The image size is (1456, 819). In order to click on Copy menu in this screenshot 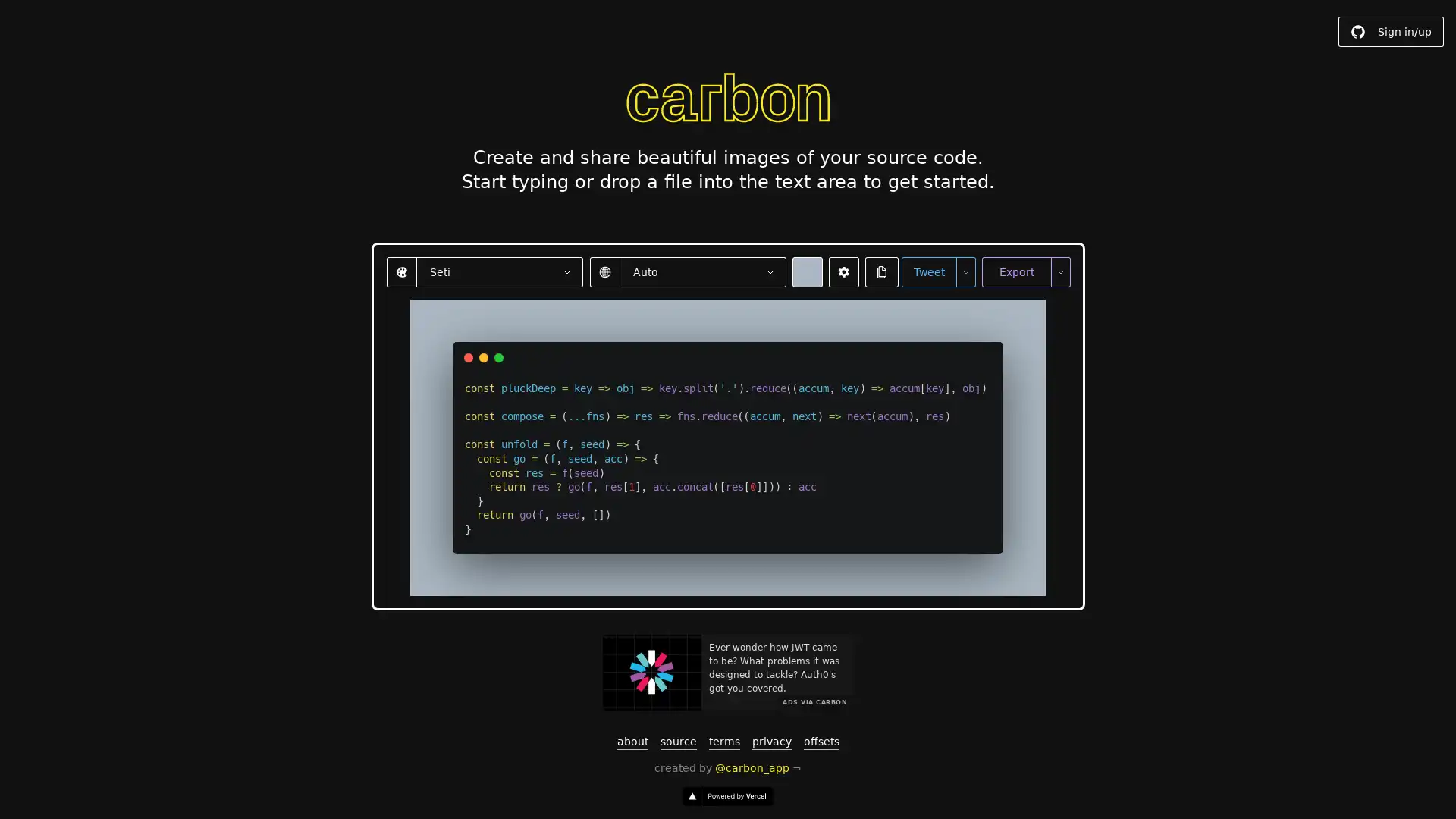, I will do `click(881, 271)`.